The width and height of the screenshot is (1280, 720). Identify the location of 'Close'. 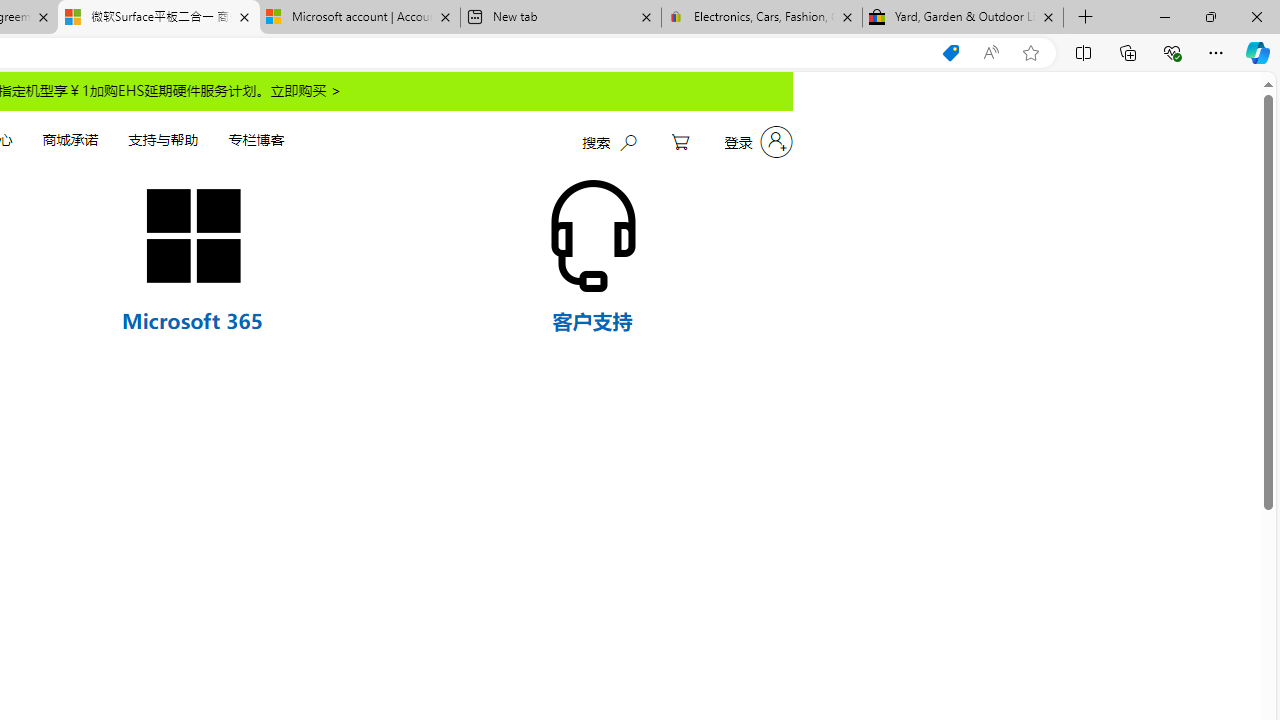
(1255, 16).